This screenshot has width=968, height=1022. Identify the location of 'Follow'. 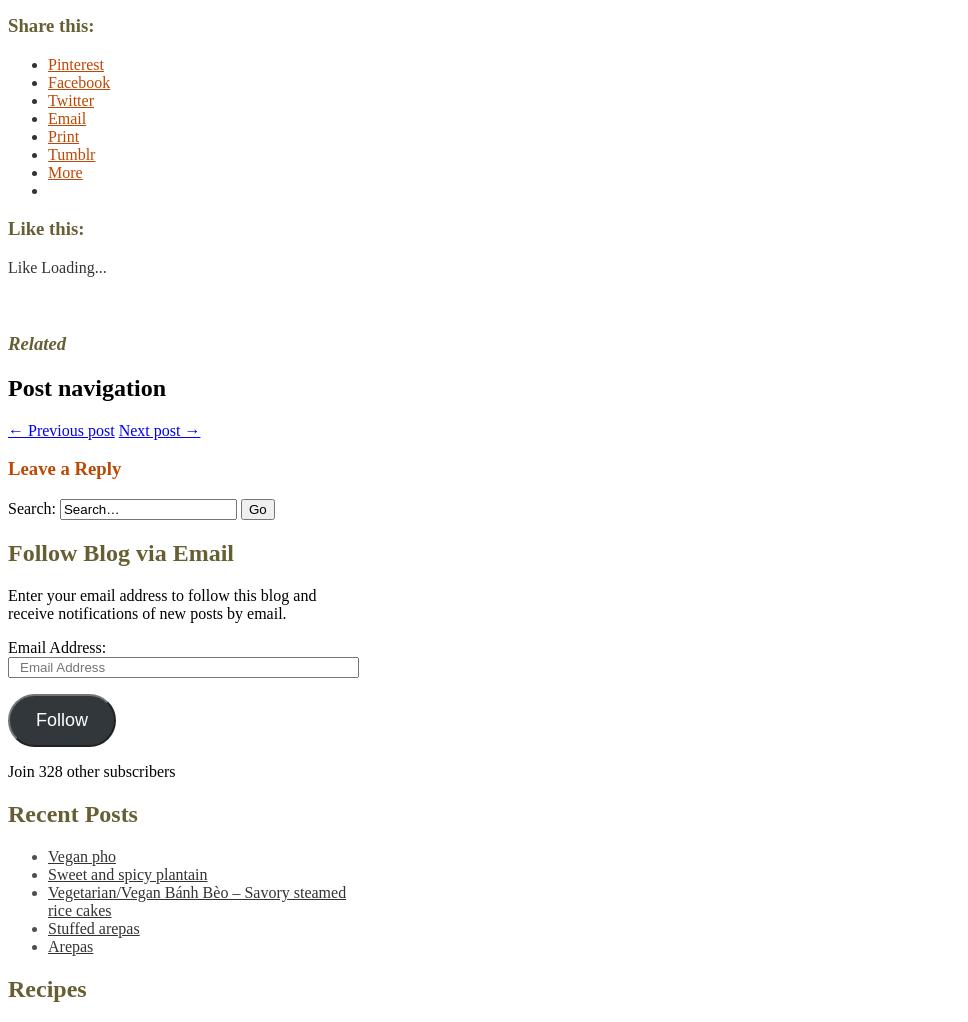
(35, 718).